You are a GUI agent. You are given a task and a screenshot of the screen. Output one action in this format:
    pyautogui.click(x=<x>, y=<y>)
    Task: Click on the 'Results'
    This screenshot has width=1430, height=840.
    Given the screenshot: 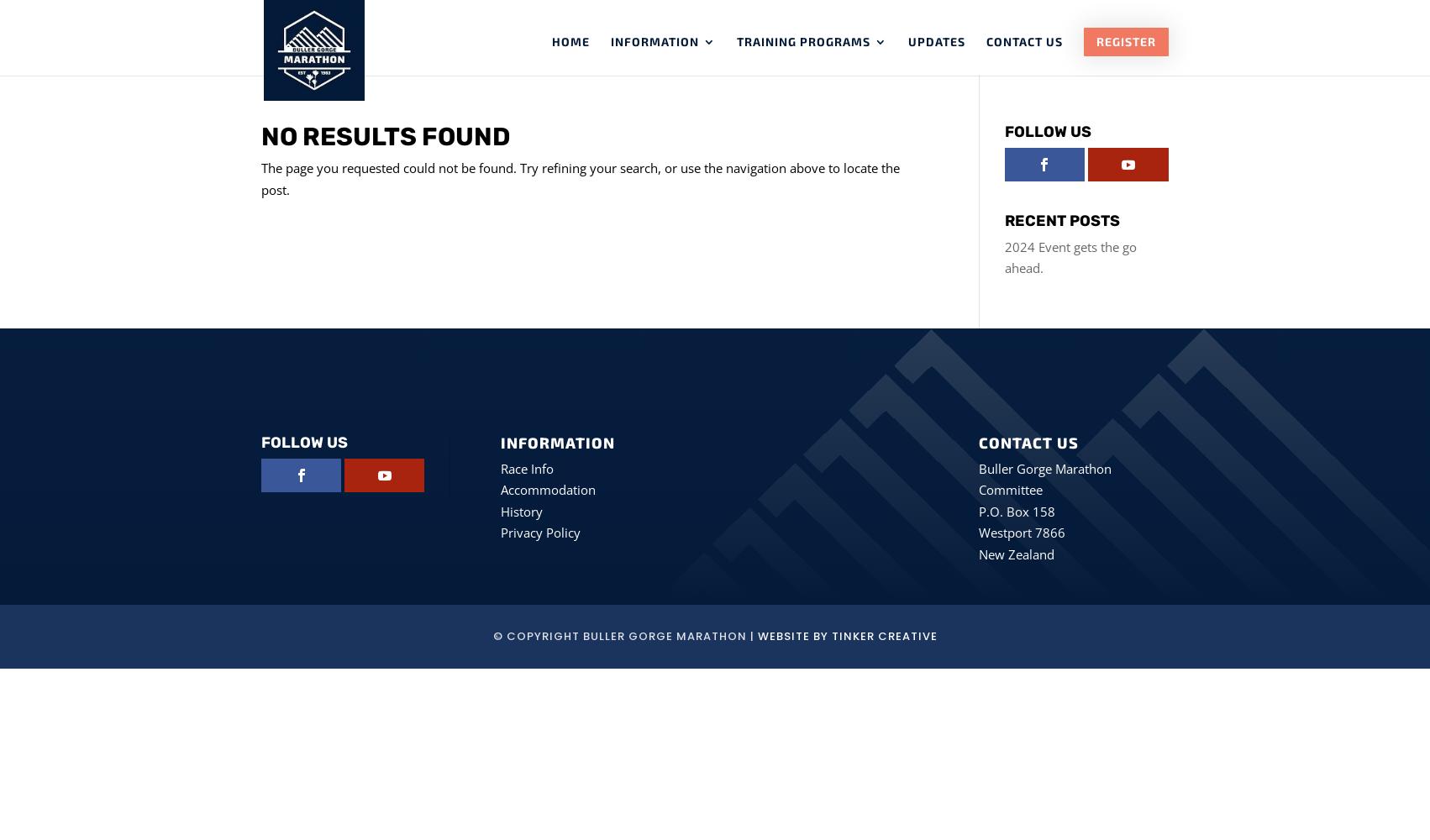 What is the action you would take?
    pyautogui.click(x=643, y=212)
    